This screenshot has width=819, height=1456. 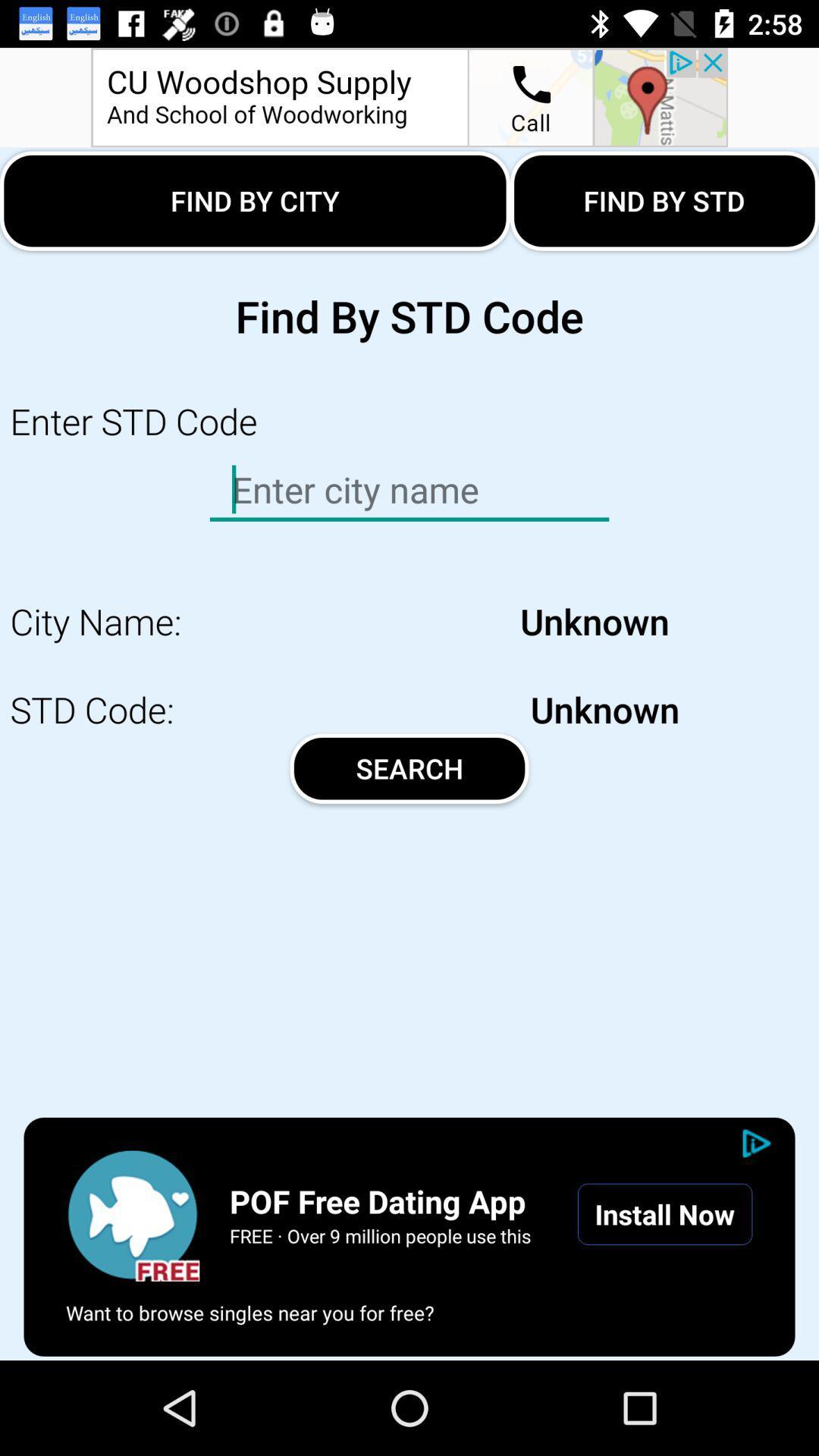 I want to click on open cu woodshop supply advertisement, so click(x=409, y=96).